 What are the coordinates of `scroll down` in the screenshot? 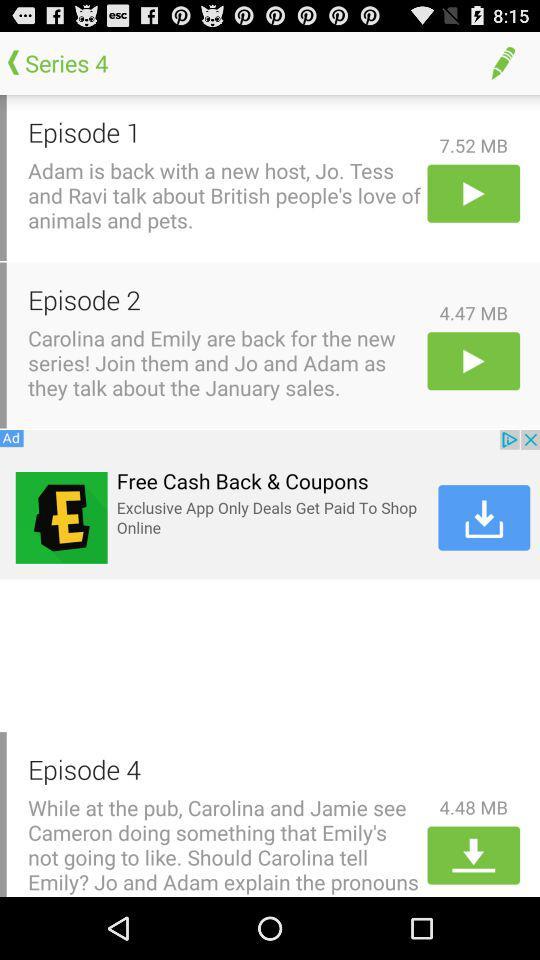 It's located at (472, 854).